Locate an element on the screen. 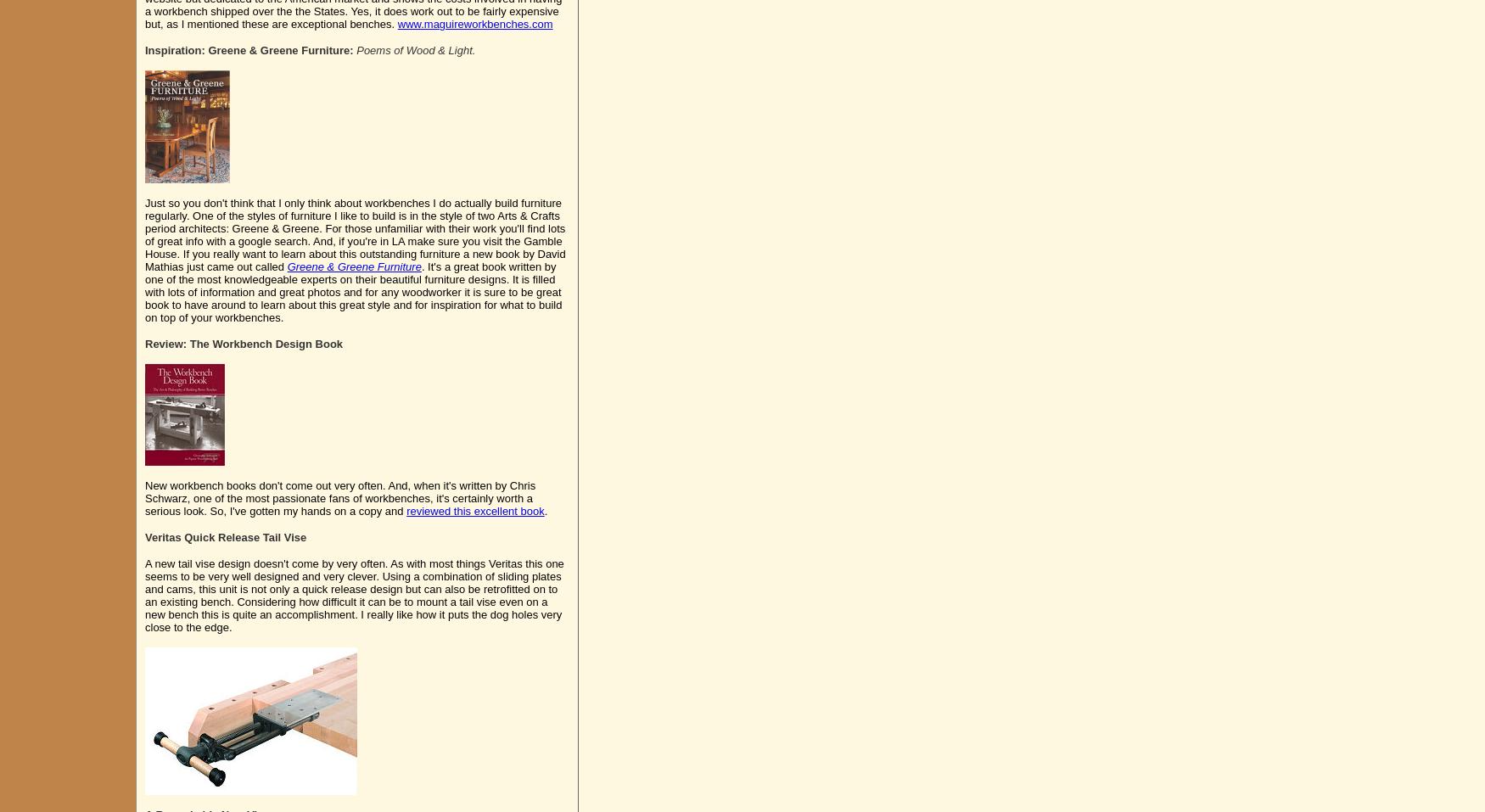  '. It's a great book written by one of the most knowledgeable experts on their beautiful furniture designs. It is filled with lots of information and great photos and for any woodworker it is sure to be great book to have around to learn about this great style and for inspiration for what to build on top of your workbenches.' is located at coordinates (352, 292).